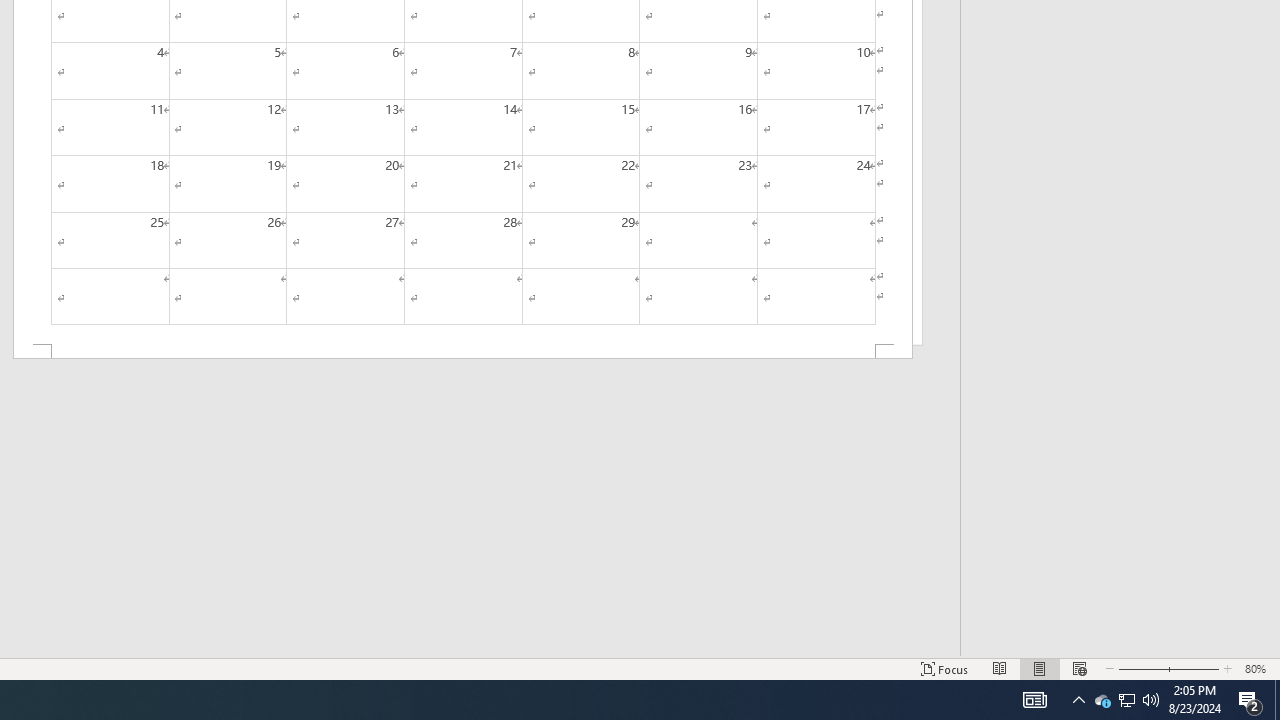 The image size is (1280, 720). What do you see at coordinates (1276, 698) in the screenshot?
I see `'Action Center, 2 new notifications'` at bounding box center [1276, 698].